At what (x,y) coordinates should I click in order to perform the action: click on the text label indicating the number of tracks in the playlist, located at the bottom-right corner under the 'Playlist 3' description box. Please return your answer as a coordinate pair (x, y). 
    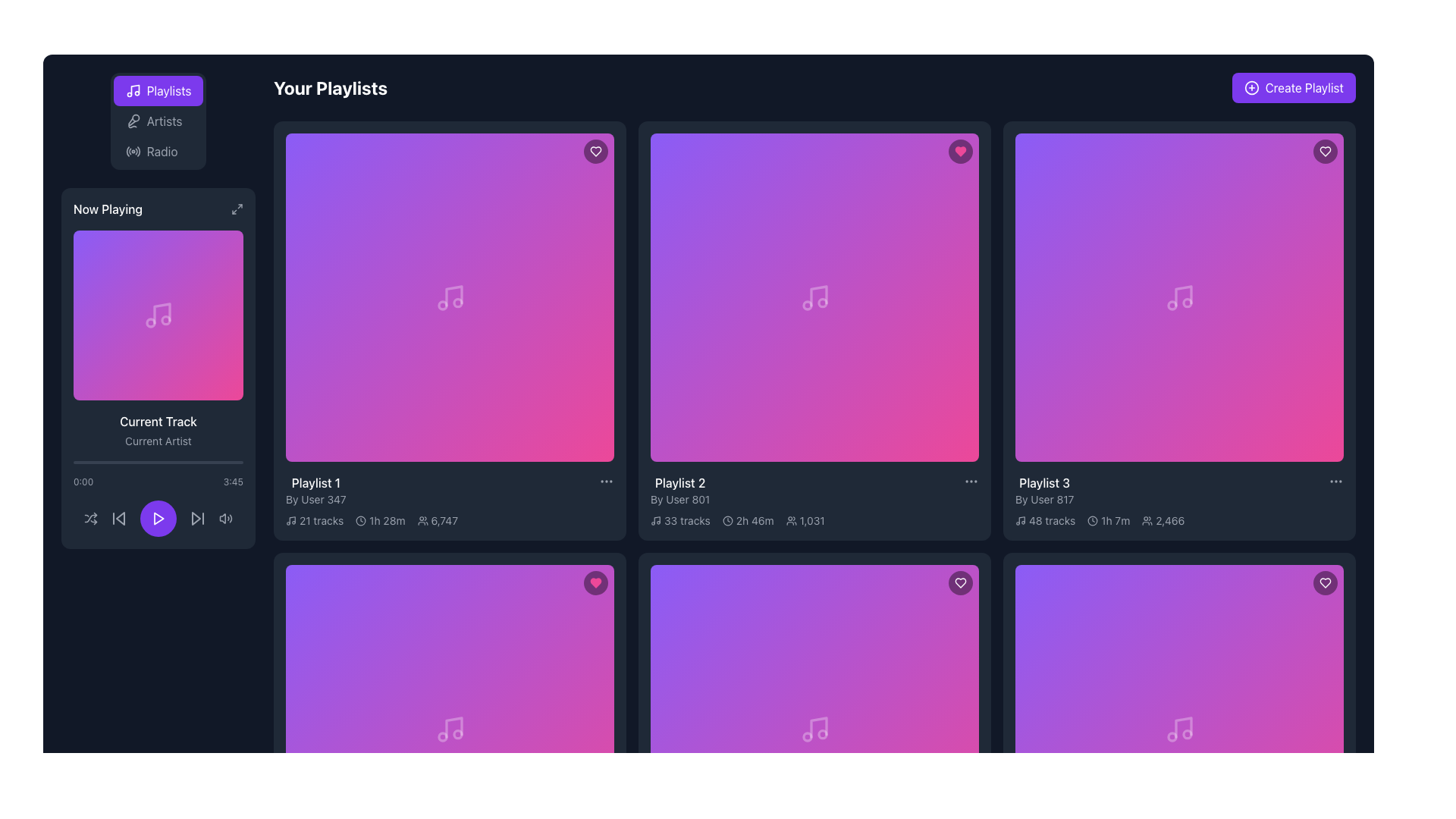
    Looking at the image, I should click on (1051, 519).